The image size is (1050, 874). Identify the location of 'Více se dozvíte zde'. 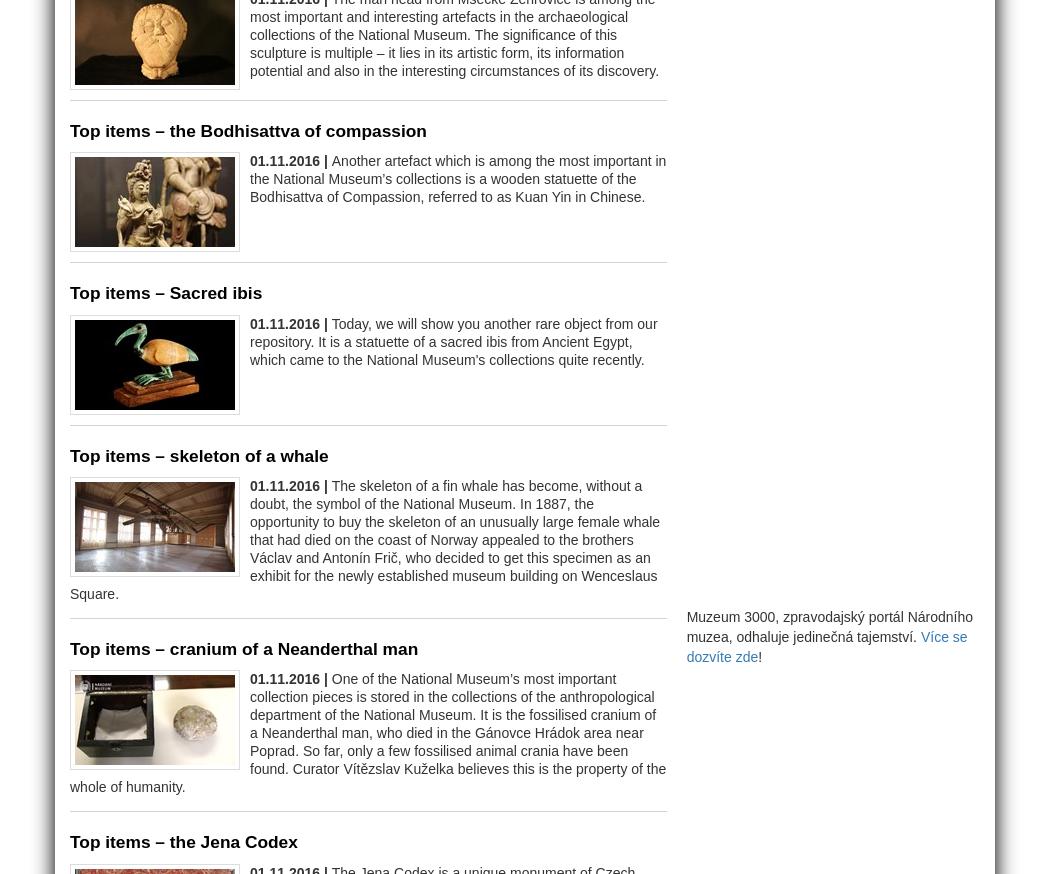
(826, 644).